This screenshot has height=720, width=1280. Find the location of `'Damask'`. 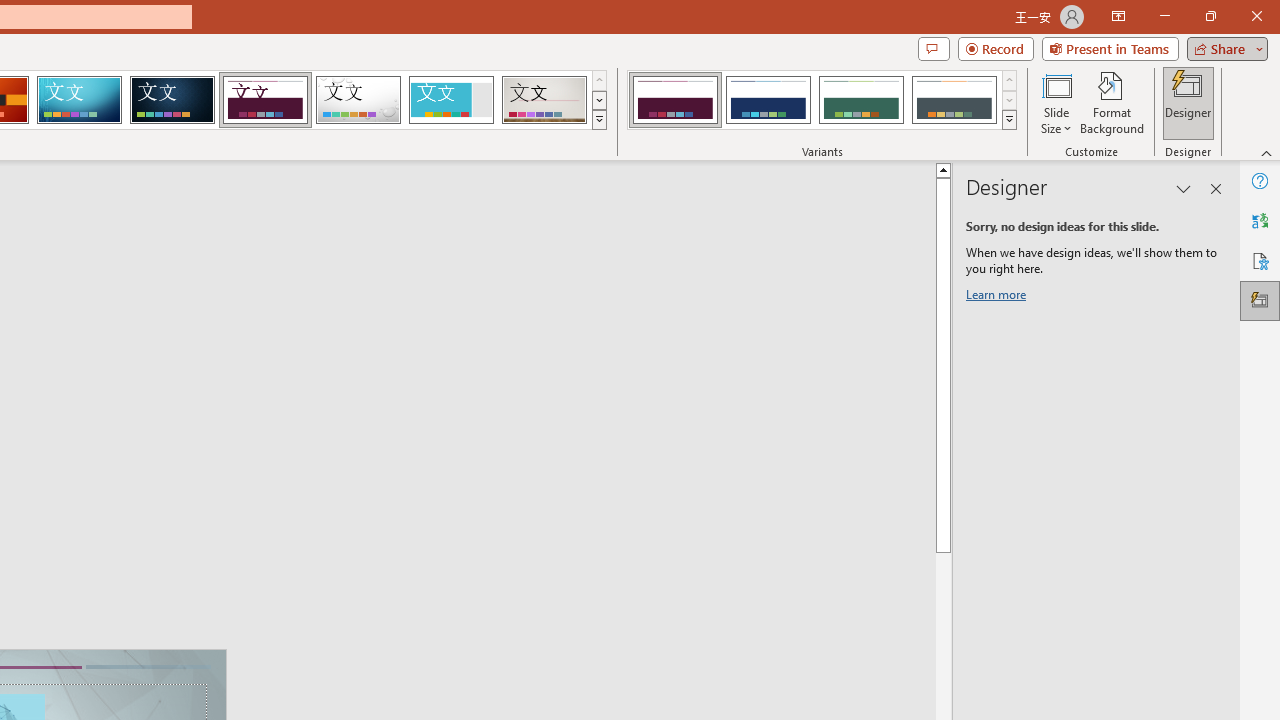

'Damask' is located at coordinates (172, 100).